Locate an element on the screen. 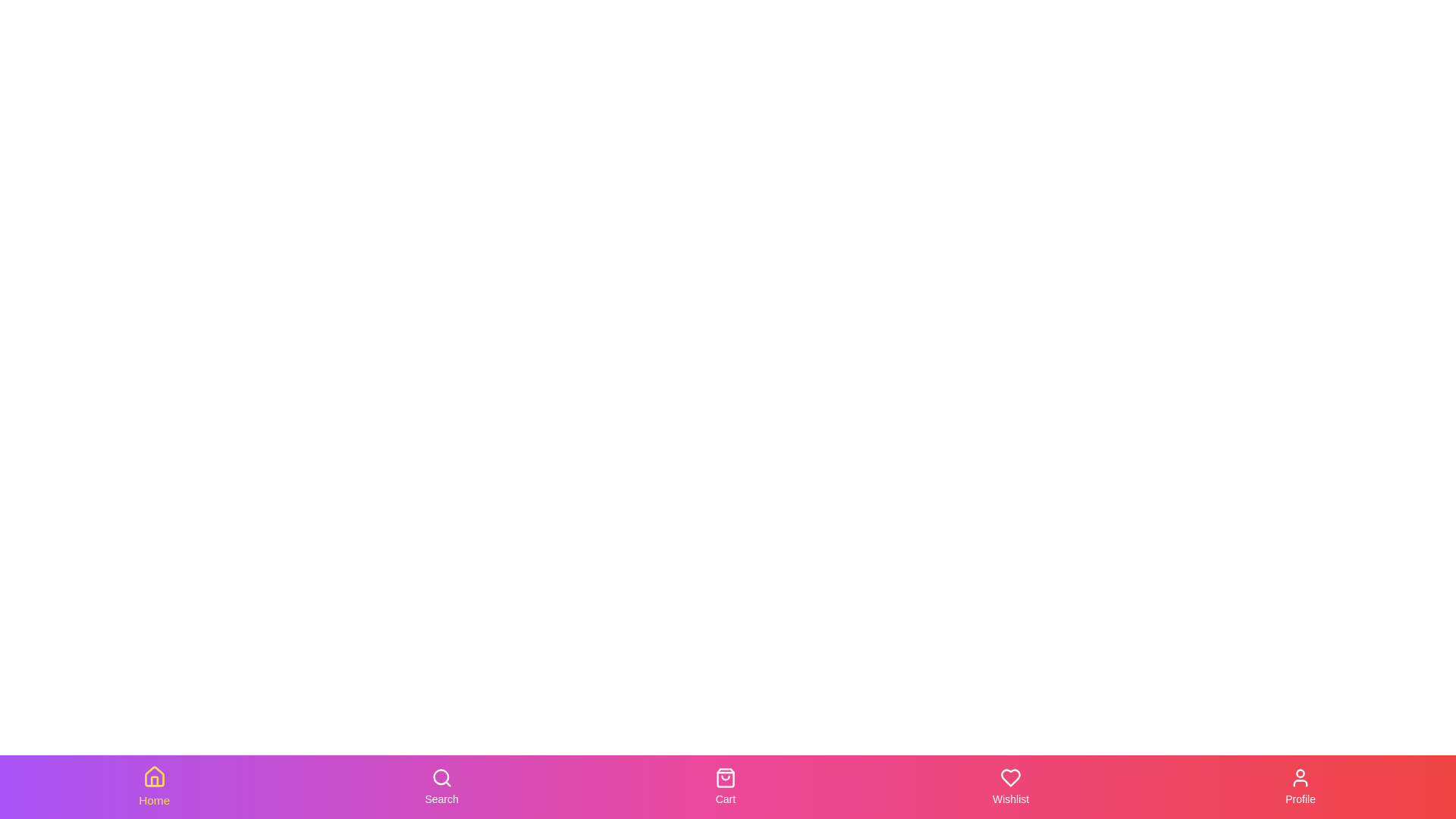 Image resolution: width=1456 pixels, height=819 pixels. the Wishlist tab in the bottom navigation bar is located at coordinates (1011, 786).